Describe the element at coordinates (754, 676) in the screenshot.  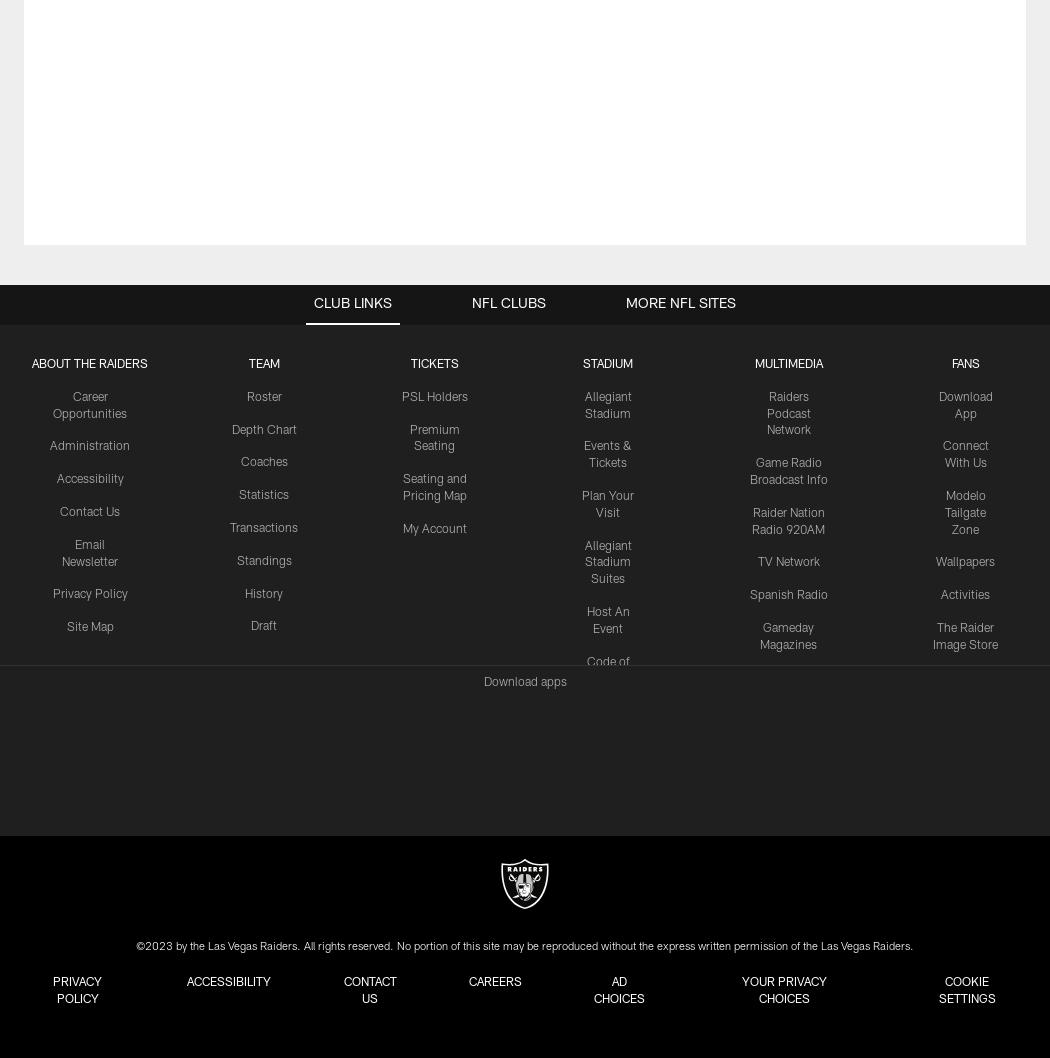
I see `'Media Guide'` at that location.